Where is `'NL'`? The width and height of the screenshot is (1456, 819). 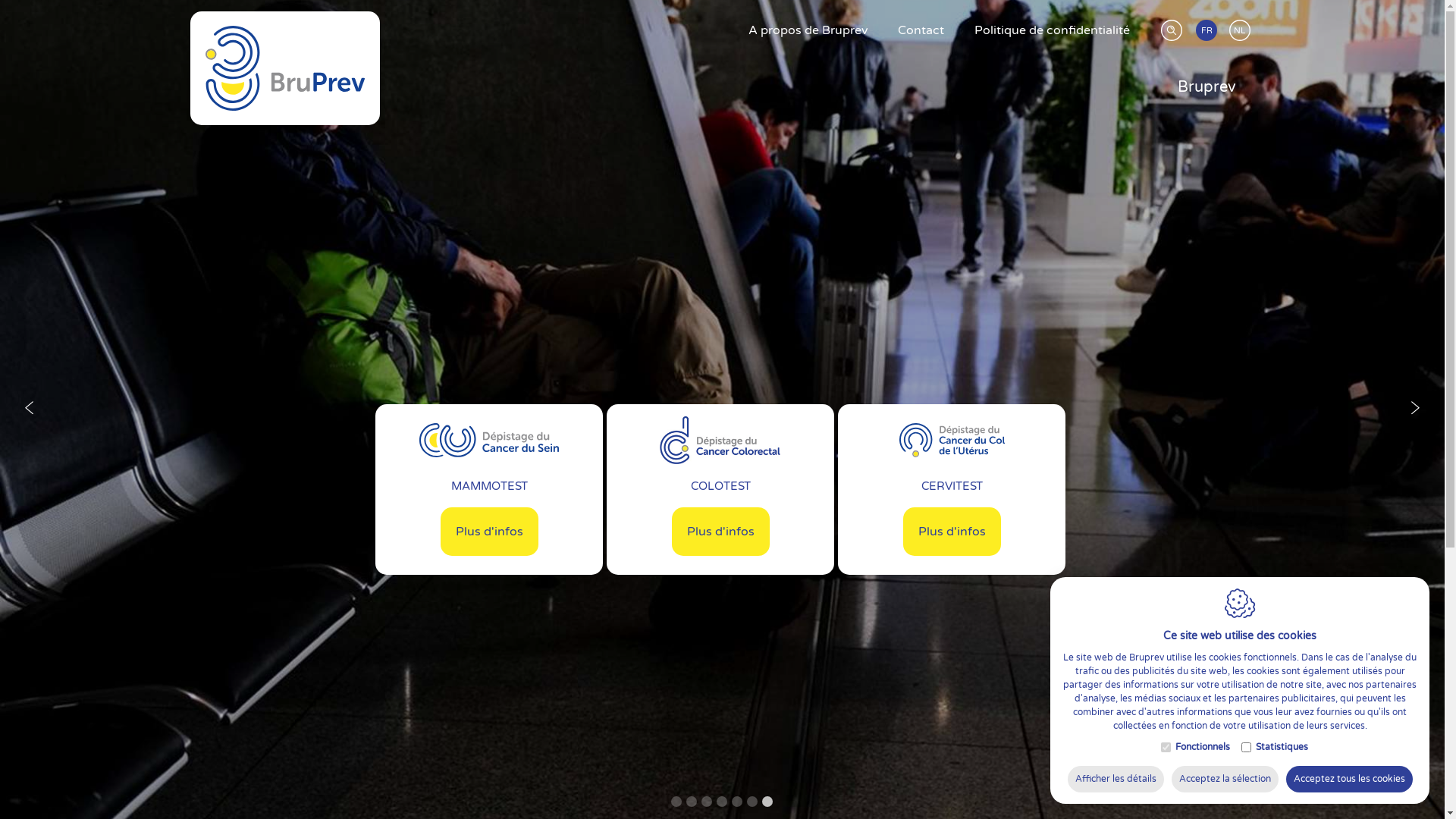
'NL' is located at coordinates (1244, 34).